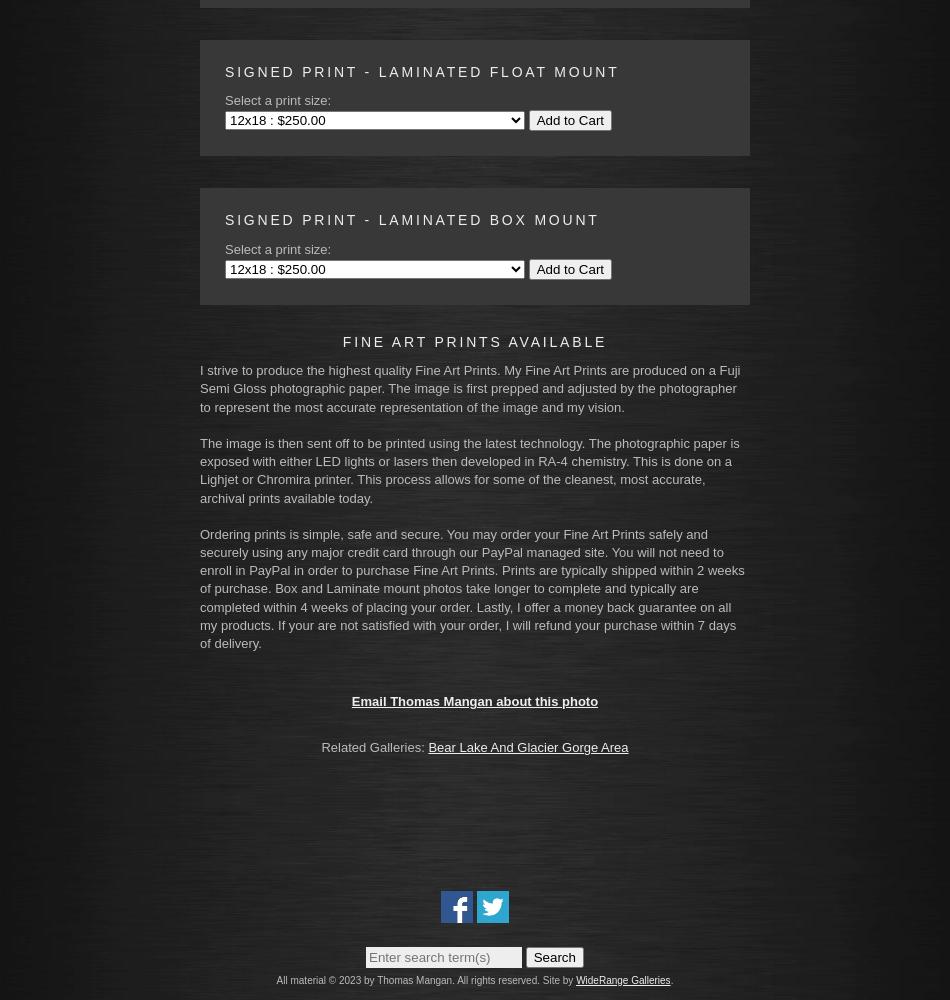 The width and height of the screenshot is (950, 1000). Describe the element at coordinates (350, 700) in the screenshot. I see `'Email Thomas Mangan about this photo'` at that location.